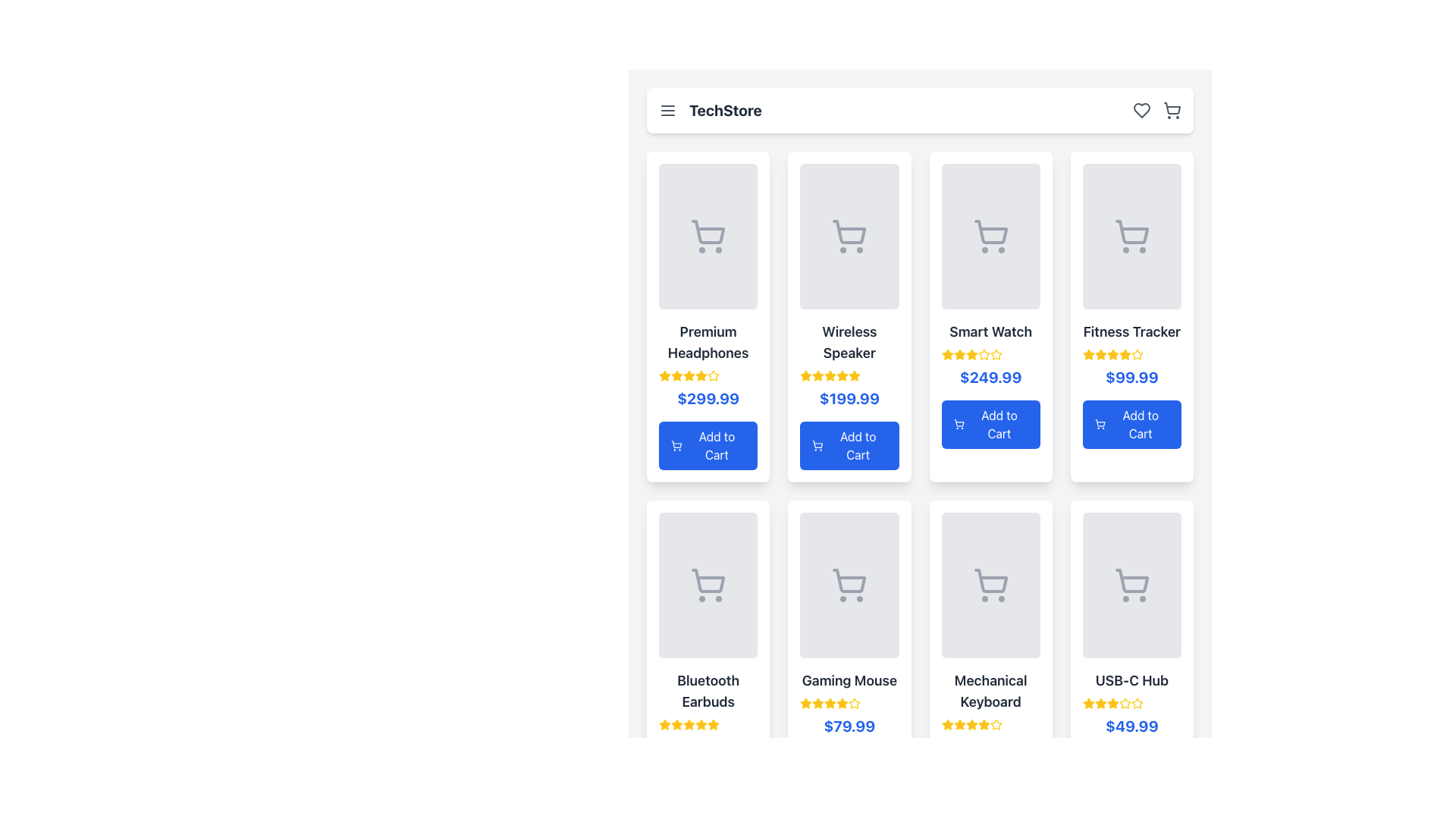  I want to click on the 'Smart Watch' text label using keyboard navigation, so click(990, 331).